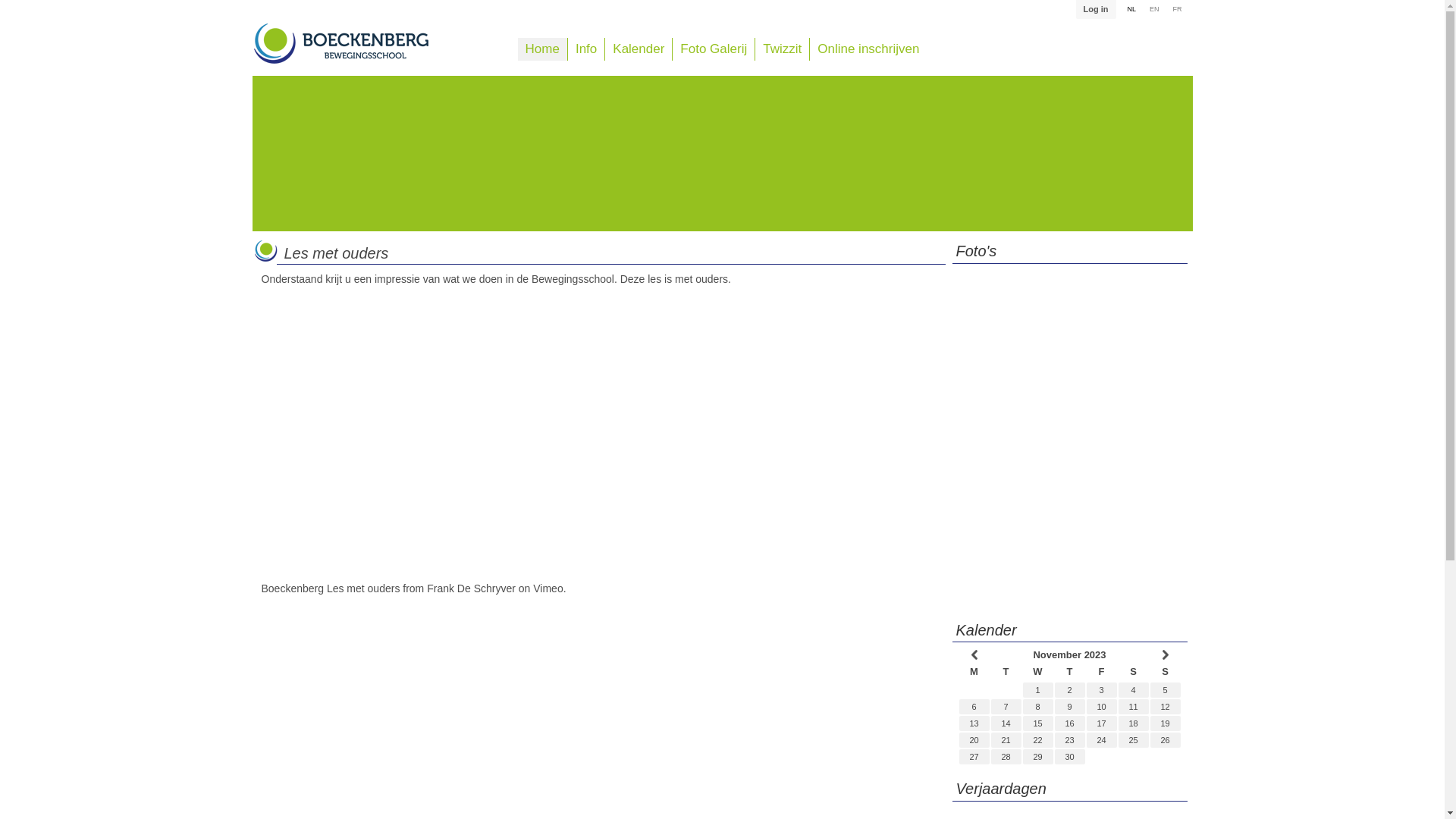 This screenshot has height=819, width=1456. What do you see at coordinates (547, 587) in the screenshot?
I see `'Vimeo'` at bounding box center [547, 587].